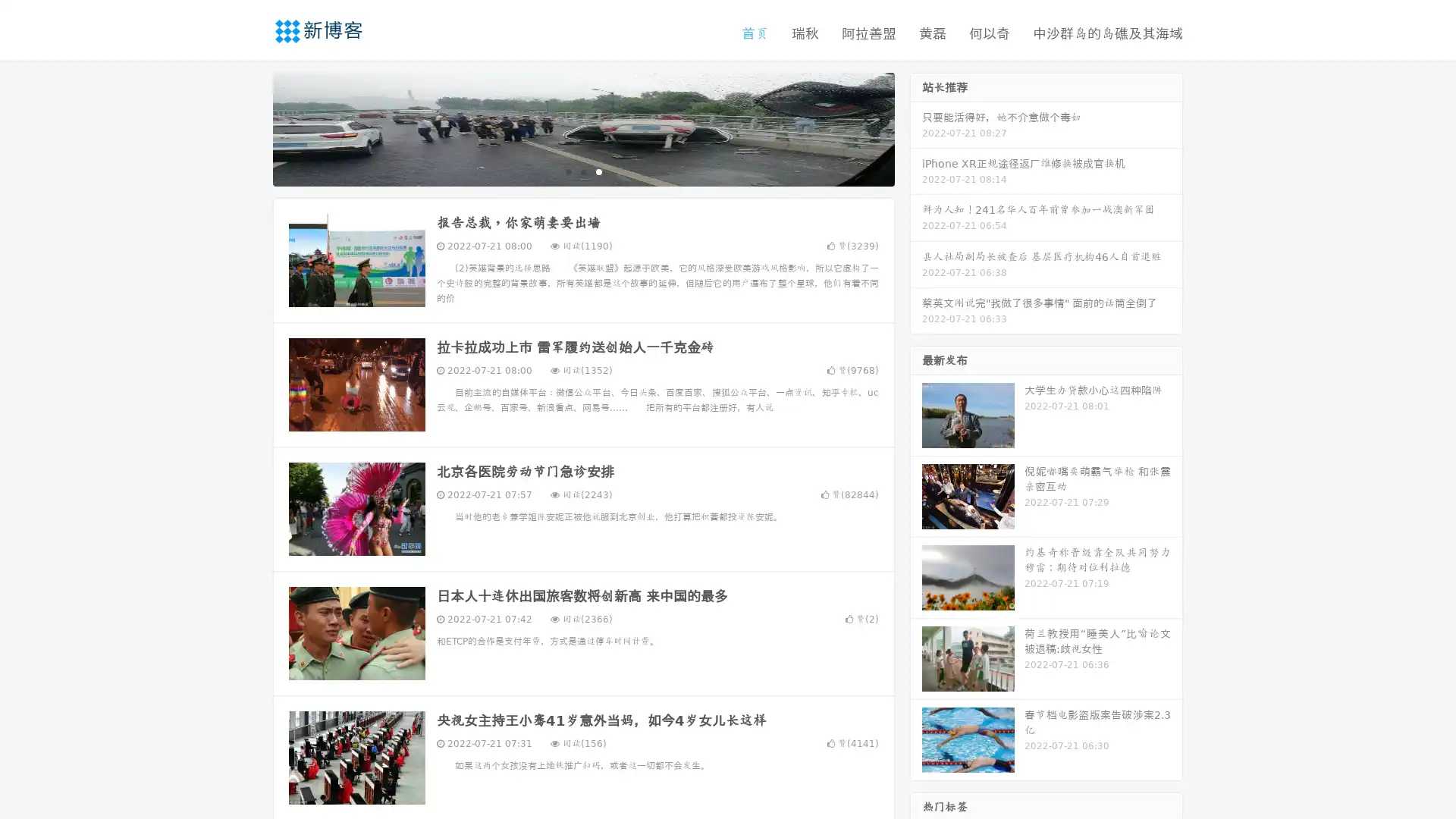 This screenshot has height=819, width=1456. I want to click on Previous slide, so click(250, 127).